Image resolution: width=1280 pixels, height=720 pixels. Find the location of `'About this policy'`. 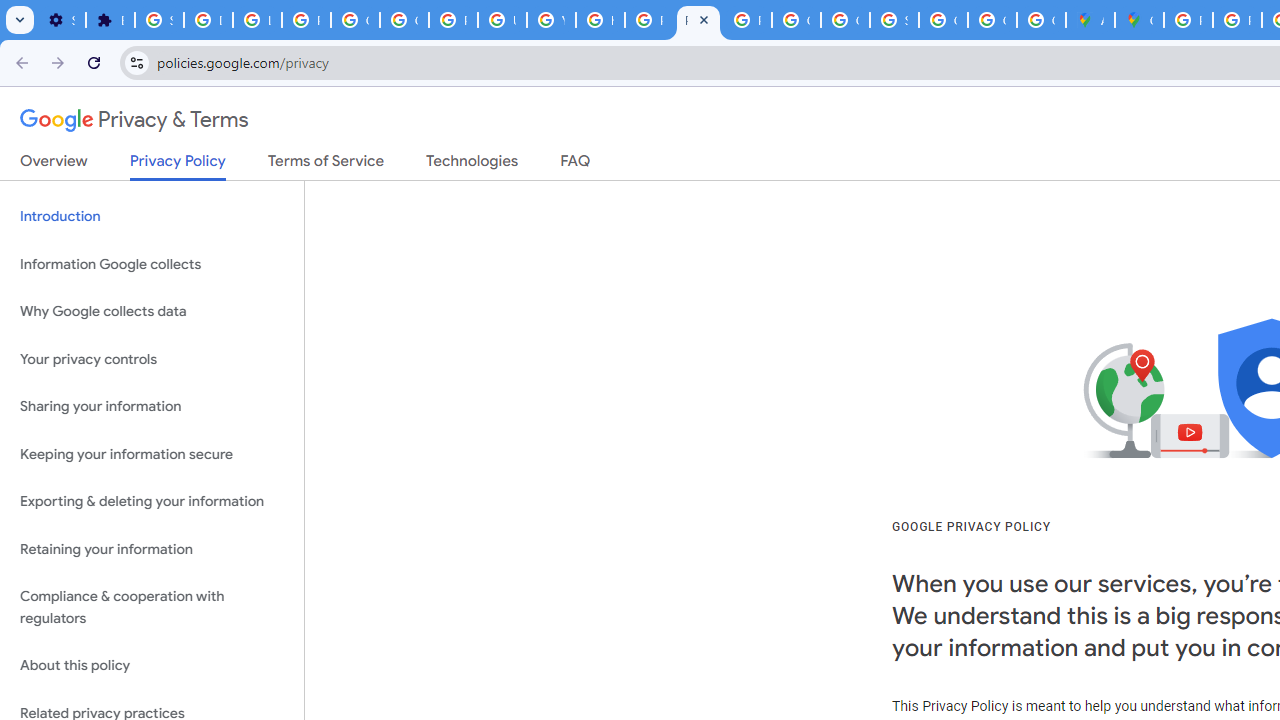

'About this policy' is located at coordinates (151, 666).